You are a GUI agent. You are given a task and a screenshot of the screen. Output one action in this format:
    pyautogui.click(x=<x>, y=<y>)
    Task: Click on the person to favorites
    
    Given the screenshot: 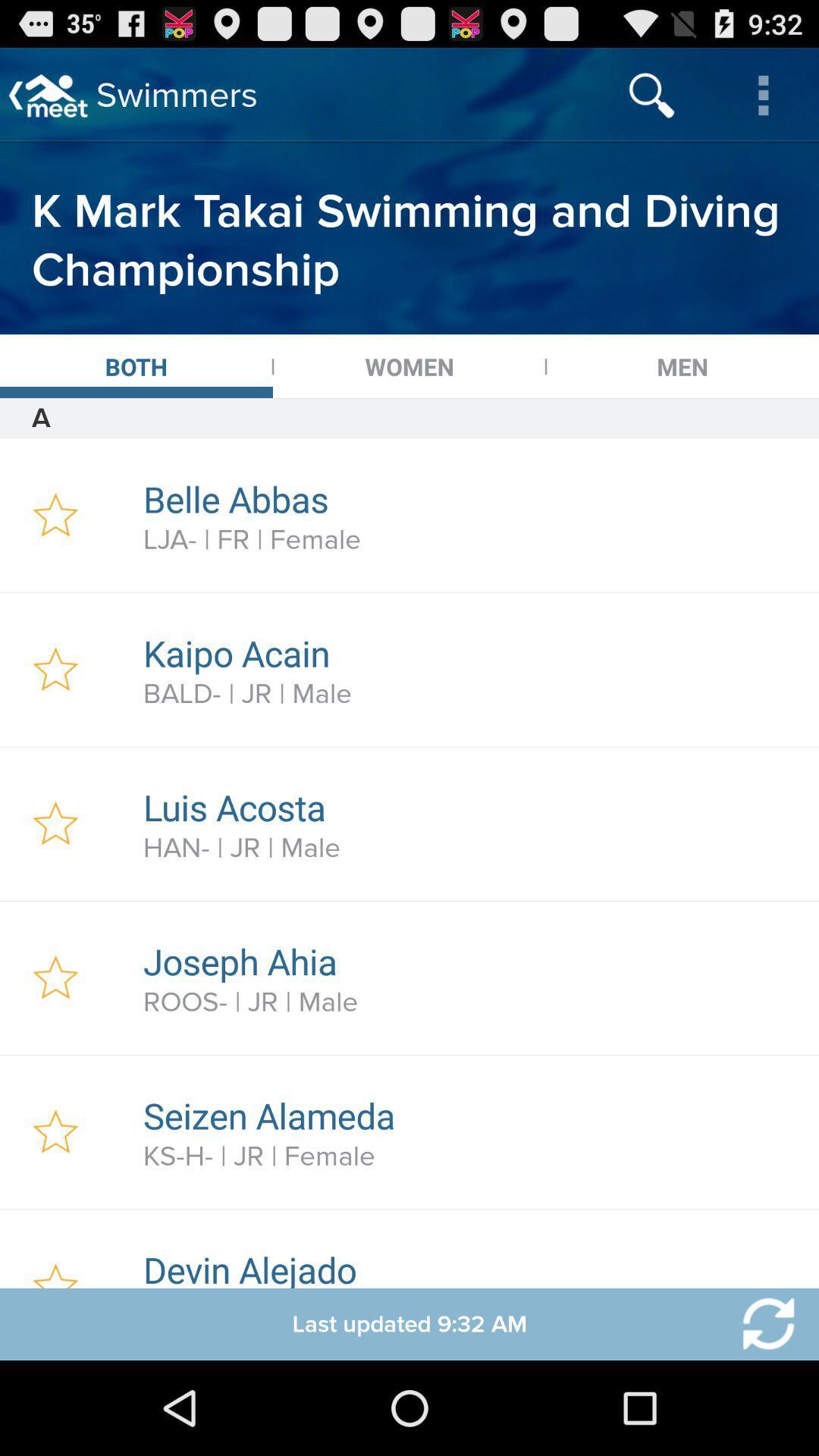 What is the action you would take?
    pyautogui.click(x=55, y=1248)
    